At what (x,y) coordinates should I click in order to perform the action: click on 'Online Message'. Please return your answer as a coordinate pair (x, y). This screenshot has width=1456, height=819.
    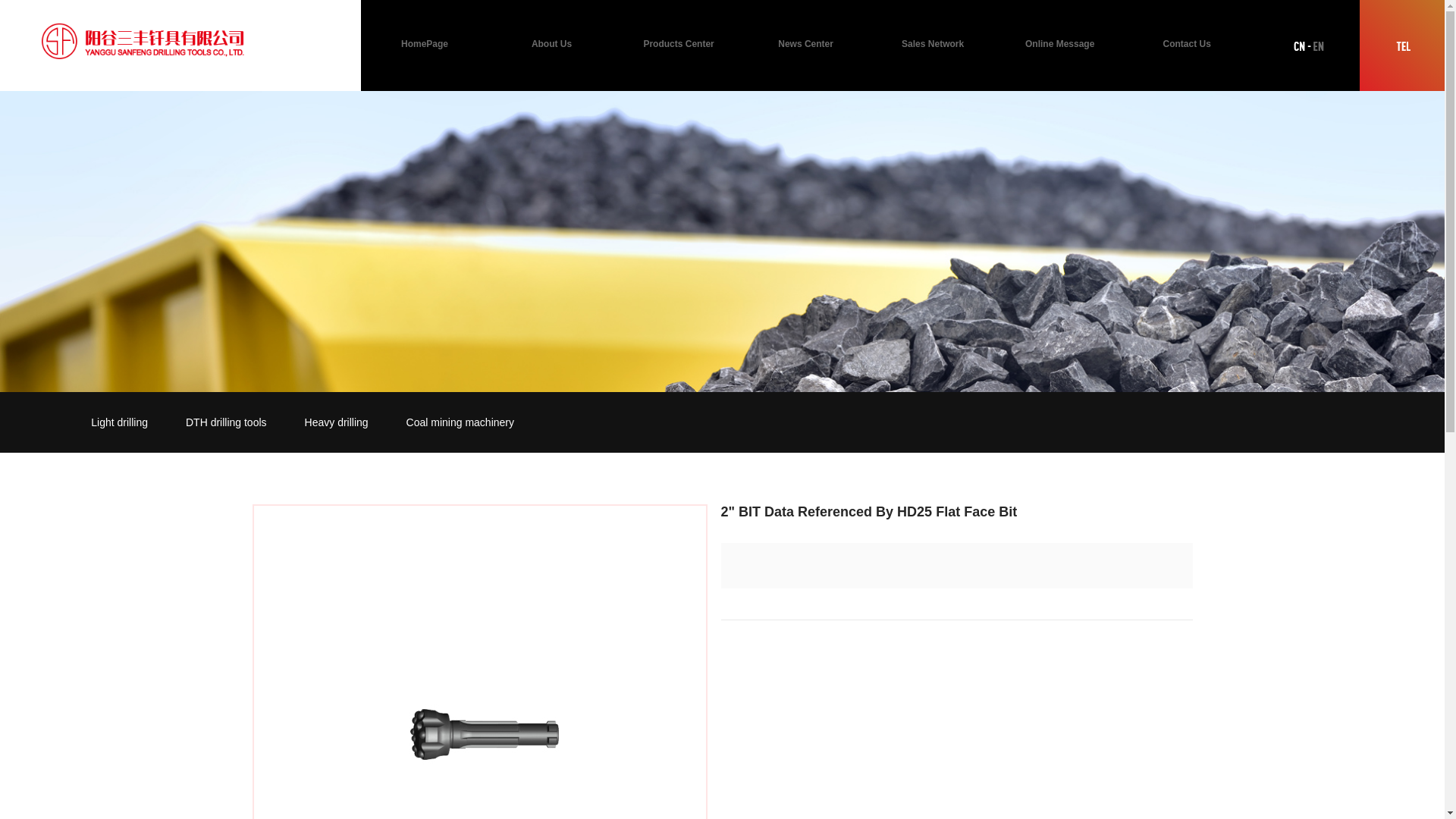
    Looking at the image, I should click on (1059, 43).